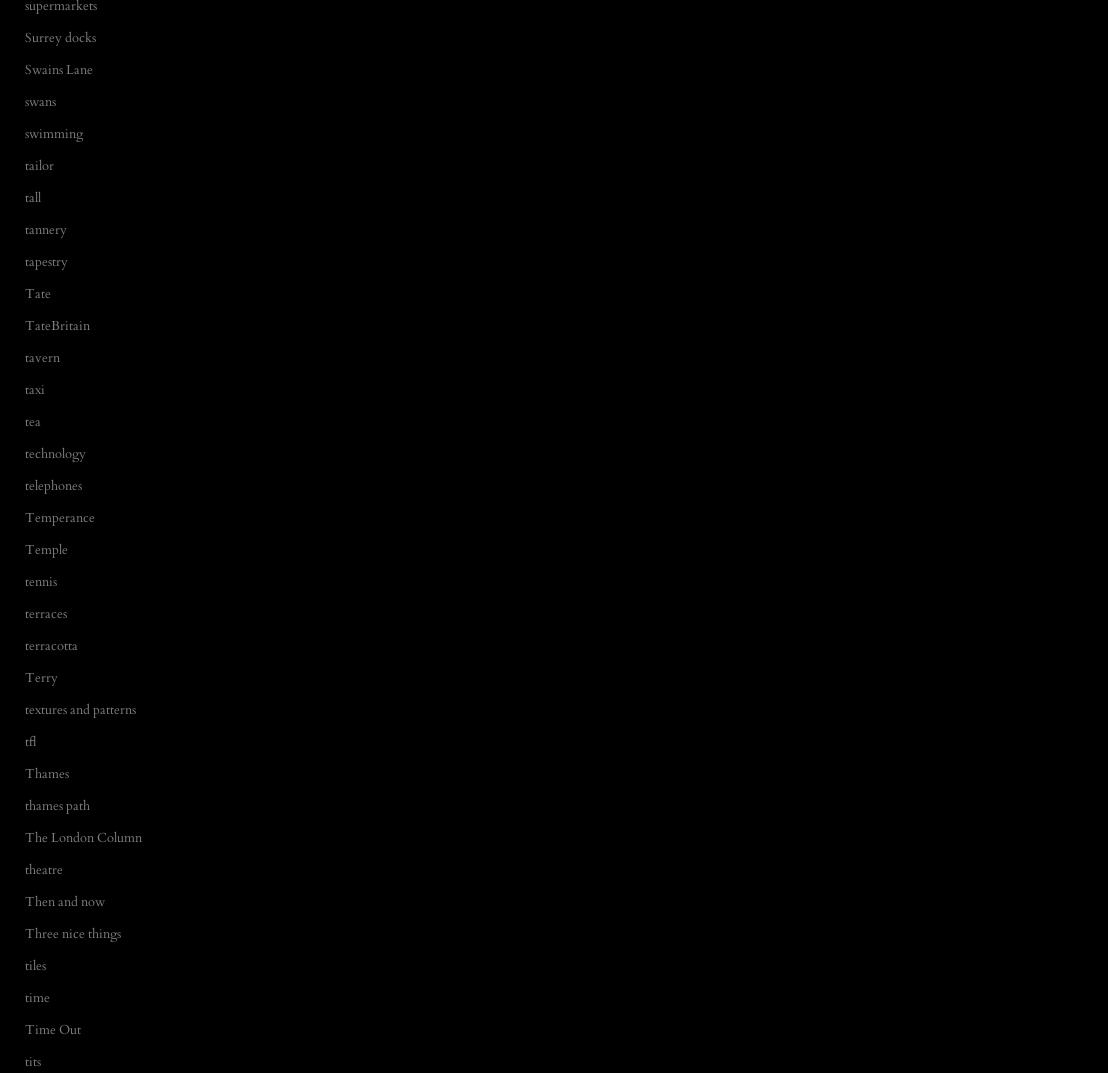  Describe the element at coordinates (45, 228) in the screenshot. I see `'tannery'` at that location.